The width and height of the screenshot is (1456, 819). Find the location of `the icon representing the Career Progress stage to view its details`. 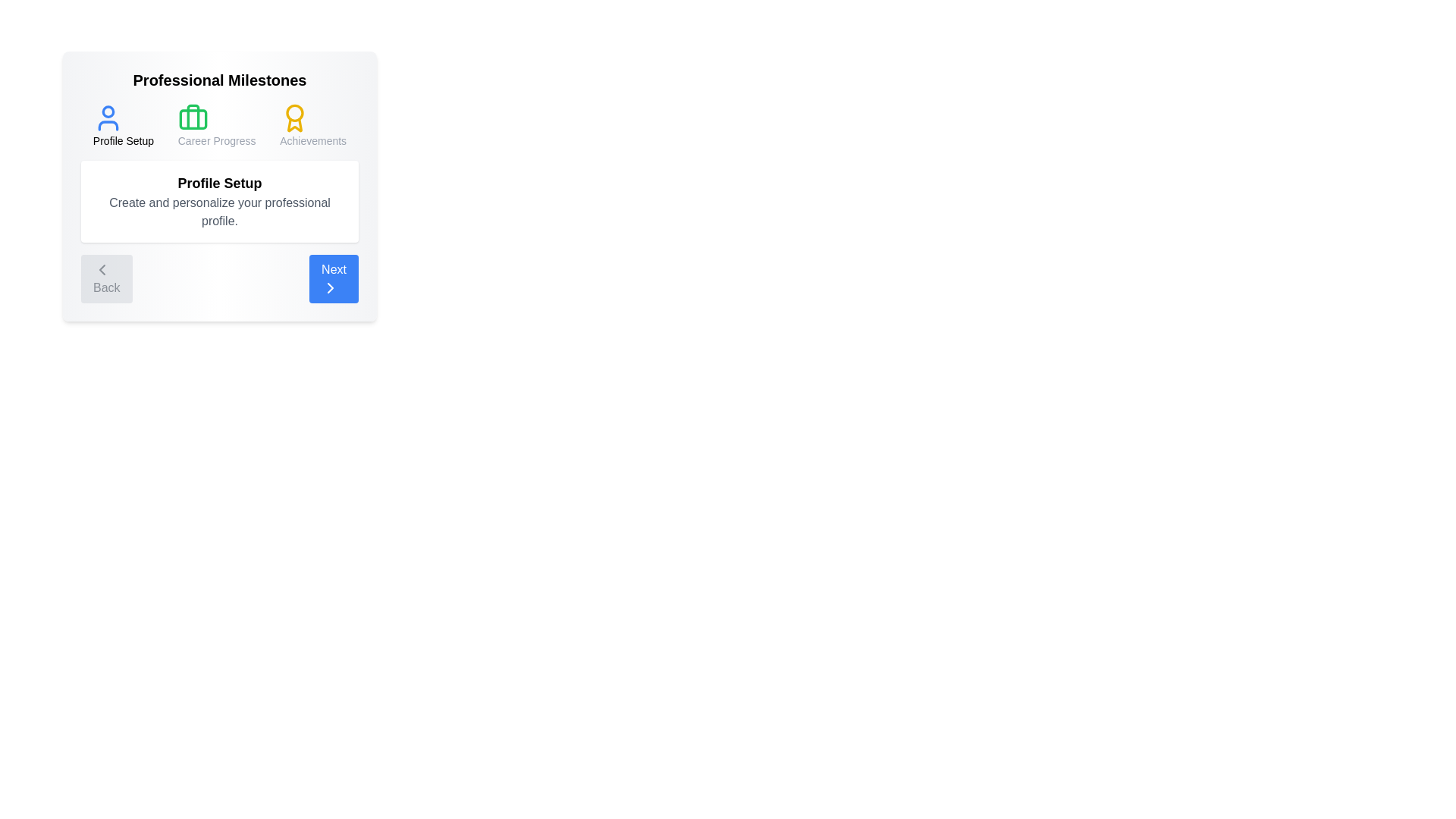

the icon representing the Career Progress stage to view its details is located at coordinates (192, 117).